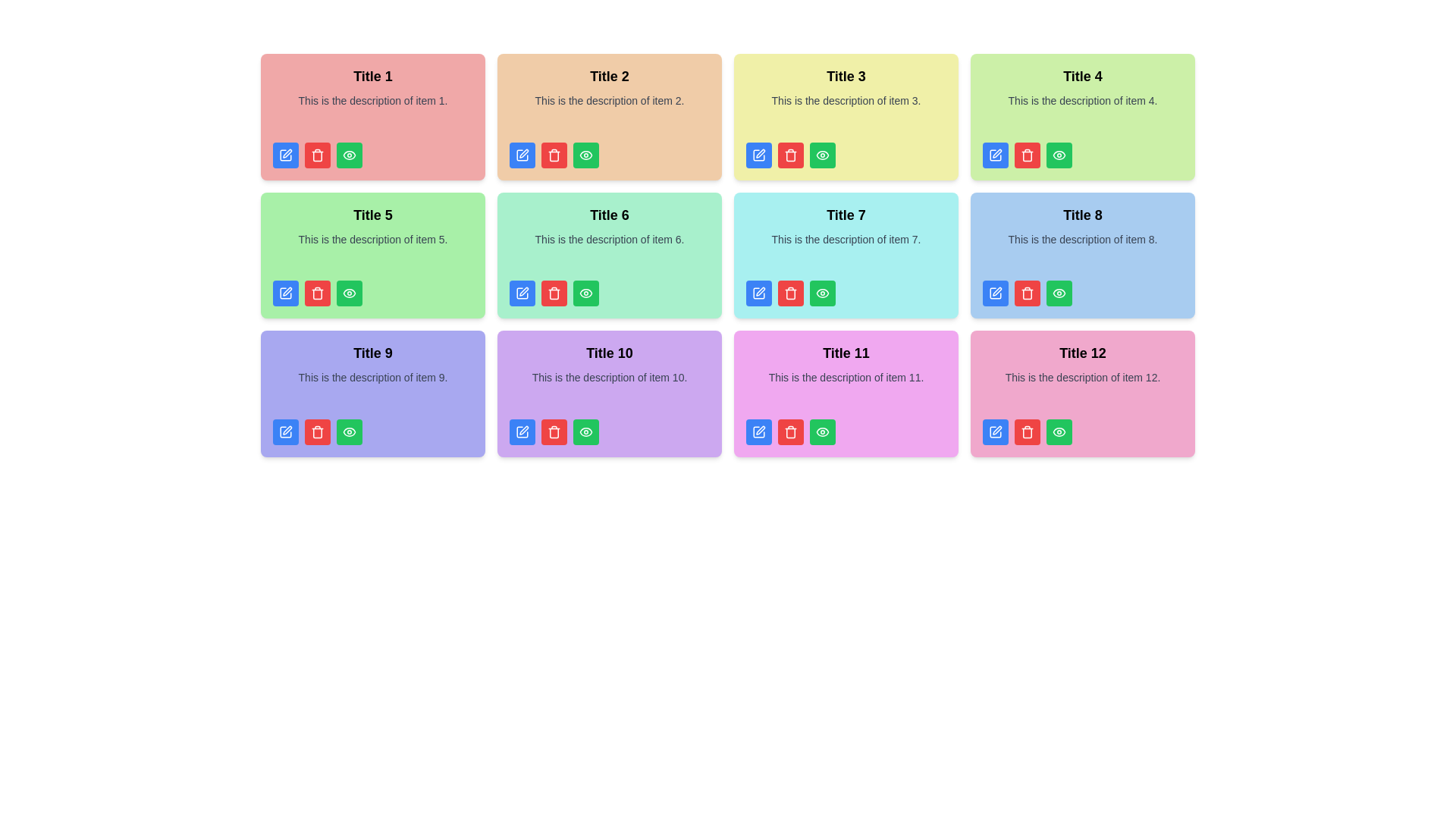 This screenshot has width=1456, height=819. Describe the element at coordinates (759, 155) in the screenshot. I see `the leftmost edit button located at the bottom-left corner of the card labeled 'Title 3' to initiate editing` at that location.